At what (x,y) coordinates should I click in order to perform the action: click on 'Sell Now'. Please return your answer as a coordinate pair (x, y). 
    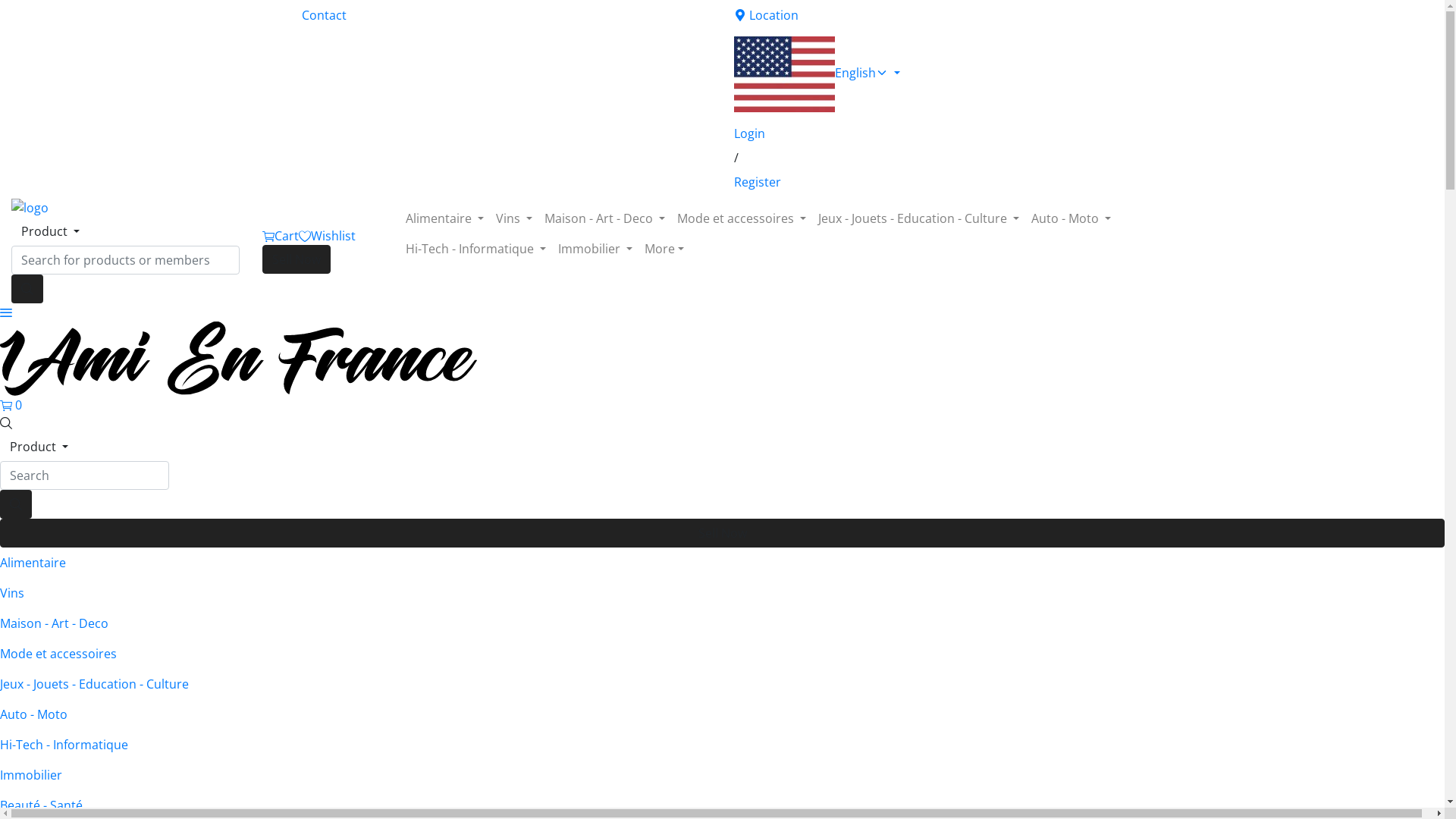
    Looking at the image, I should click on (296, 259).